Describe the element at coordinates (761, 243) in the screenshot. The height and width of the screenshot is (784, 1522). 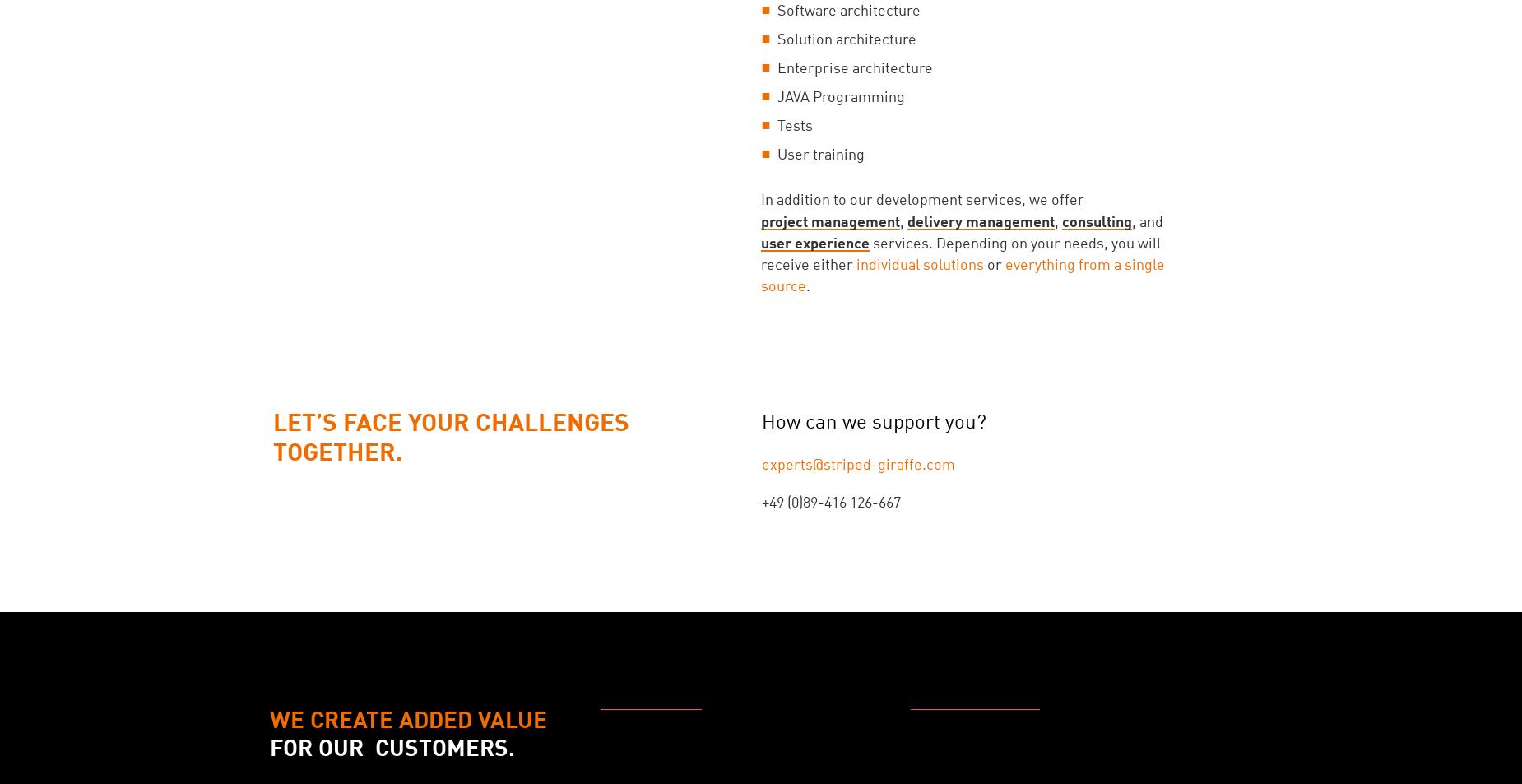
I see `'user experience'` at that location.